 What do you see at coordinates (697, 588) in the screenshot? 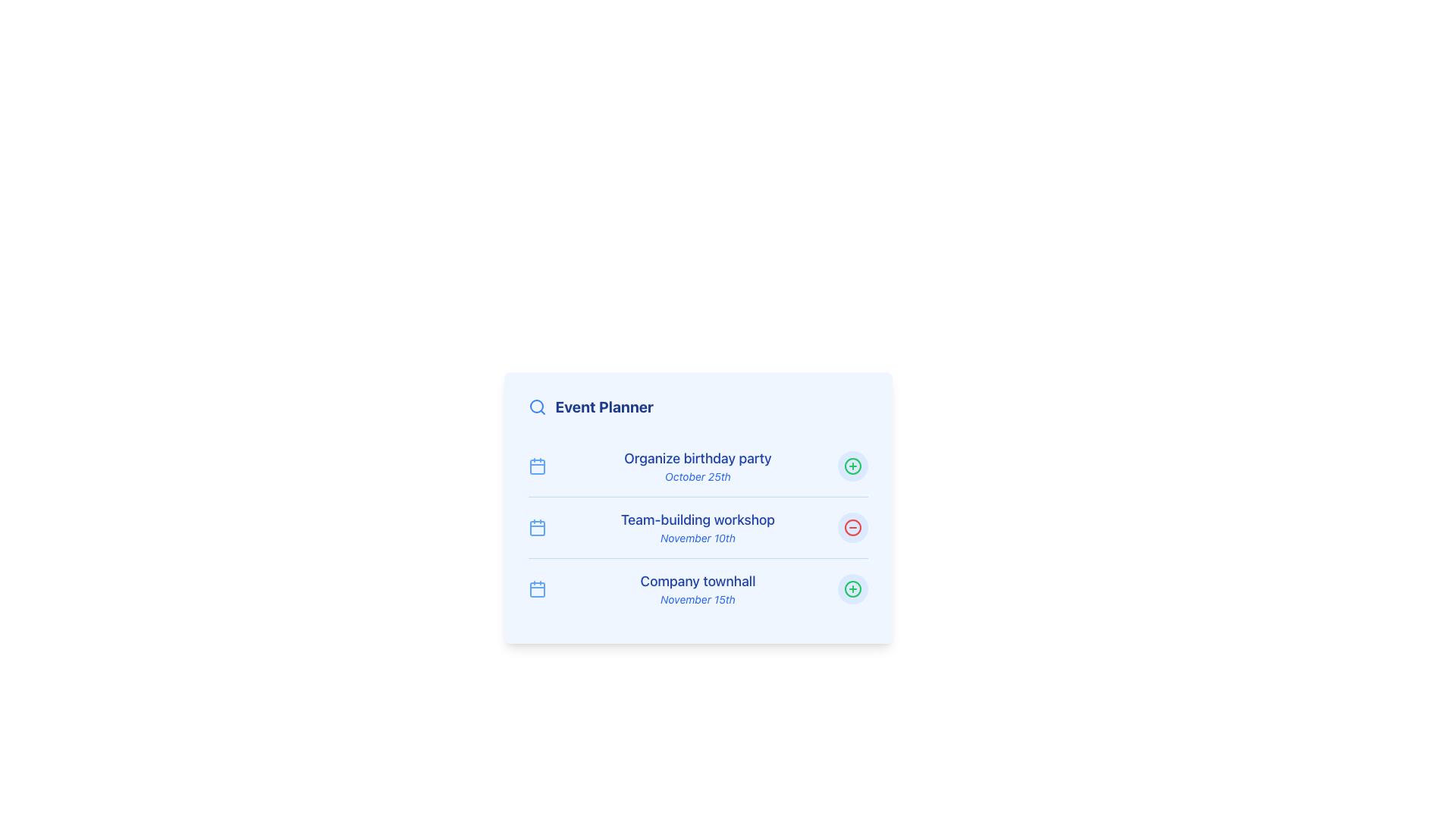
I see `the 'Company townhall' text block, which provides details about the event scheduled for November 15th, located as the third entry in the Event Planner section` at bounding box center [697, 588].